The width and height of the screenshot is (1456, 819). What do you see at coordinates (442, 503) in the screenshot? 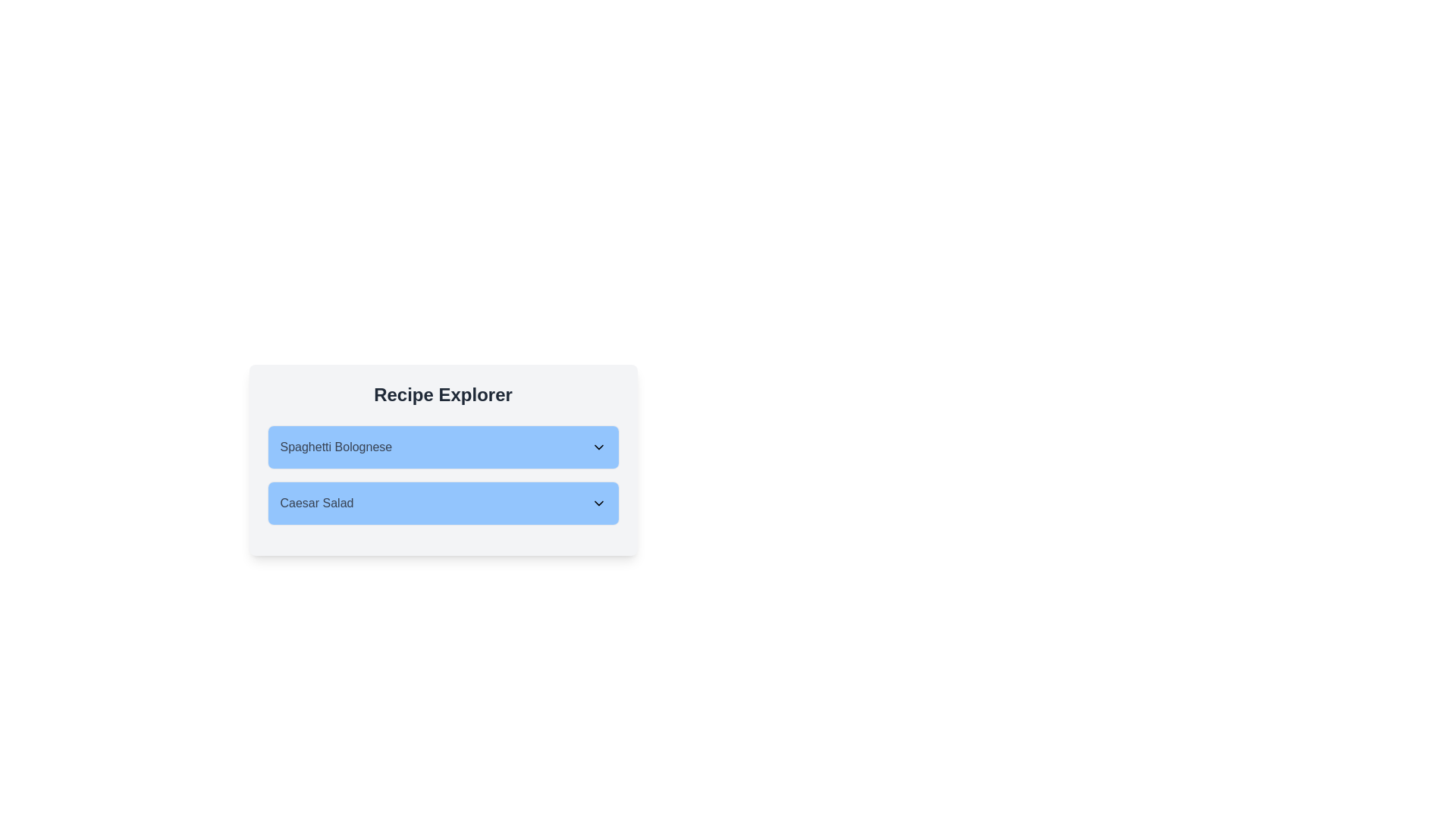
I see `the Dropdown trigger button for Caesar Salad located at the bottom-middle section of the interface` at bounding box center [442, 503].